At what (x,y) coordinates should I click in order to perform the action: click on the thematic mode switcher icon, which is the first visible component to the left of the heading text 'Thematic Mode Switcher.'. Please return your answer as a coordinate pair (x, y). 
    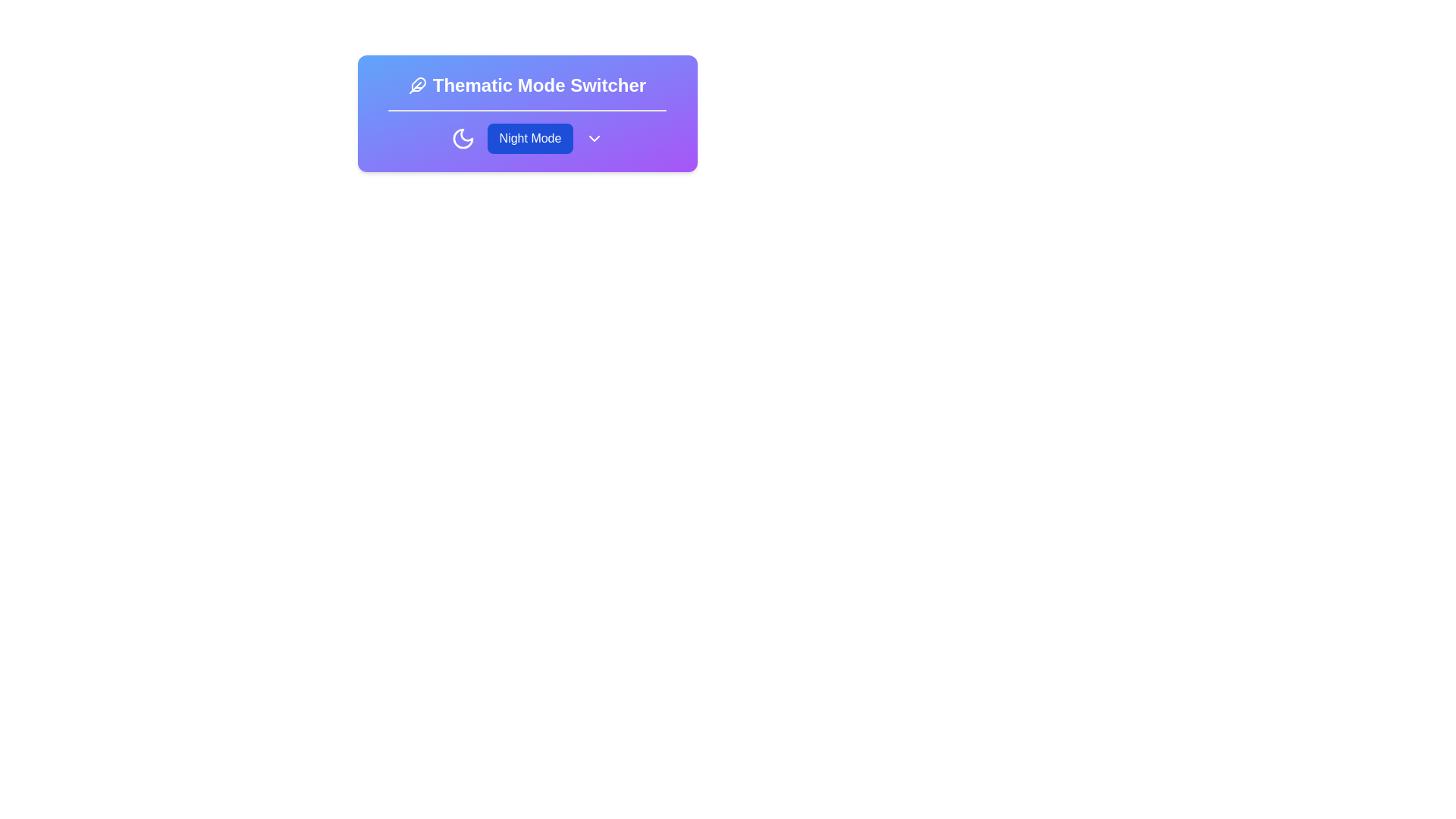
    Looking at the image, I should click on (417, 85).